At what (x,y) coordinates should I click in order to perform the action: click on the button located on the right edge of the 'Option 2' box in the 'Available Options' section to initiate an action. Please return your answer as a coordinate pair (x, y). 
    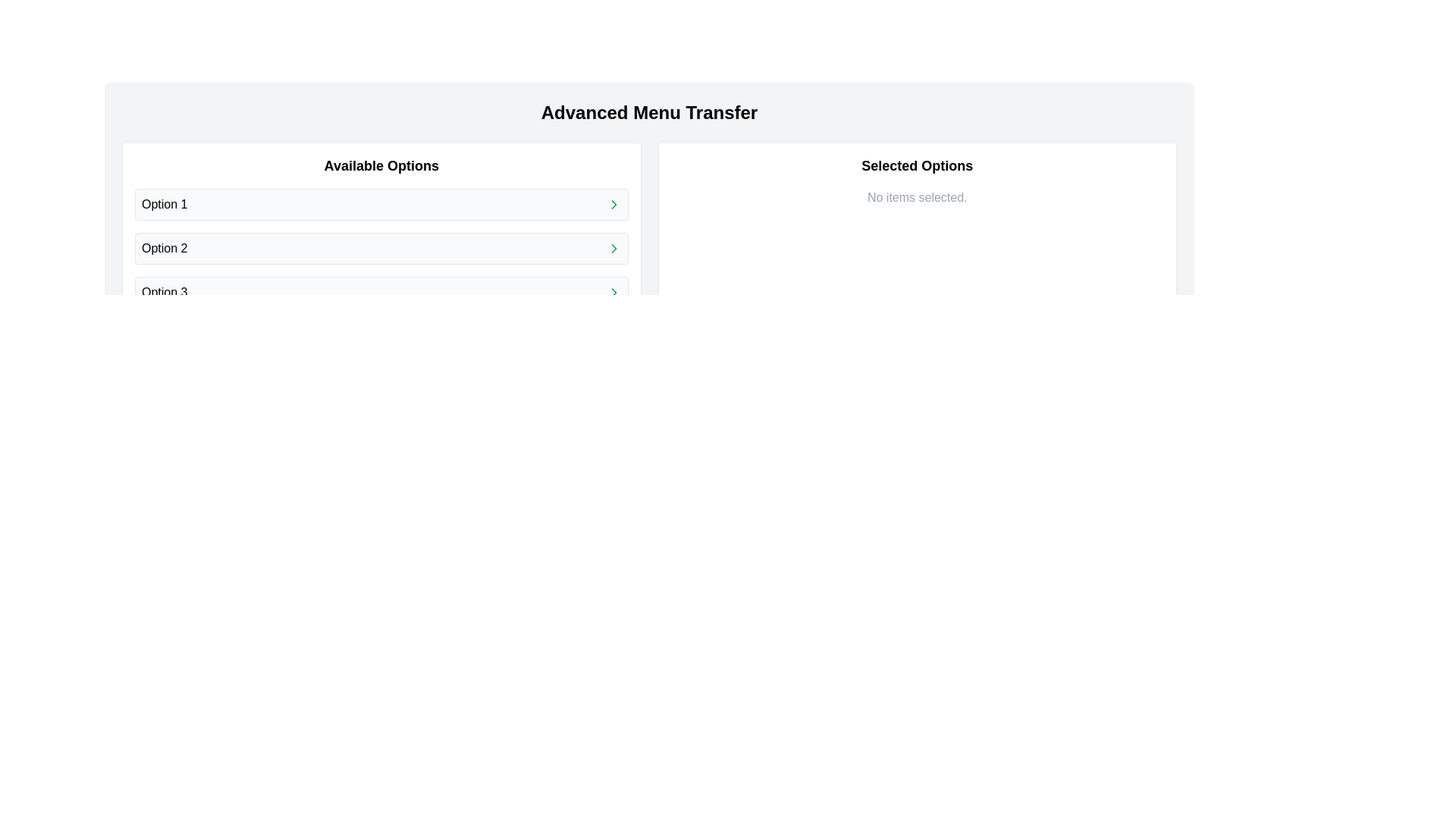
    Looking at the image, I should click on (613, 247).